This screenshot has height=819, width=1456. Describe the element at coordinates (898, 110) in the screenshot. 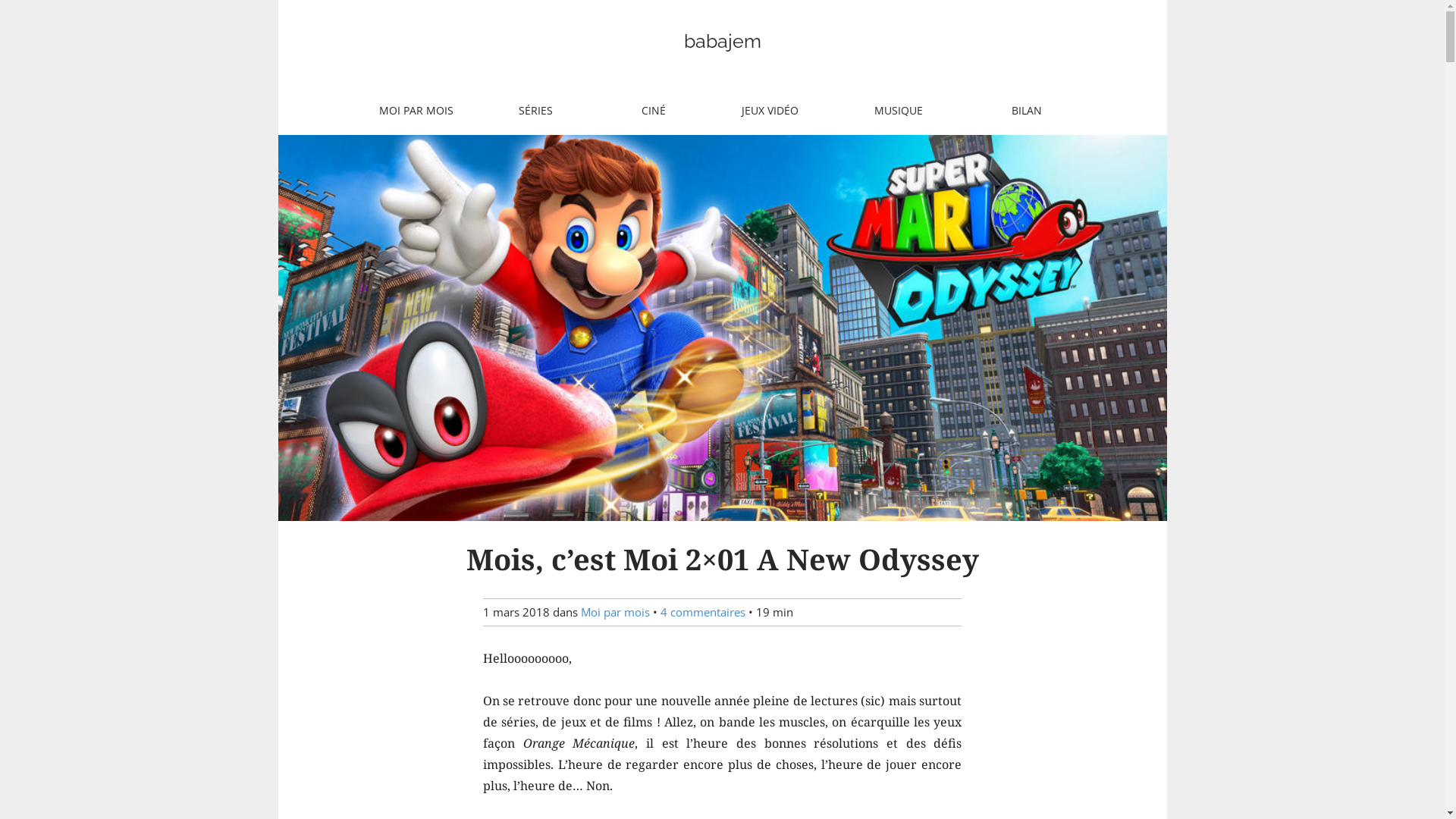

I see `'MUSIQUE'` at that location.